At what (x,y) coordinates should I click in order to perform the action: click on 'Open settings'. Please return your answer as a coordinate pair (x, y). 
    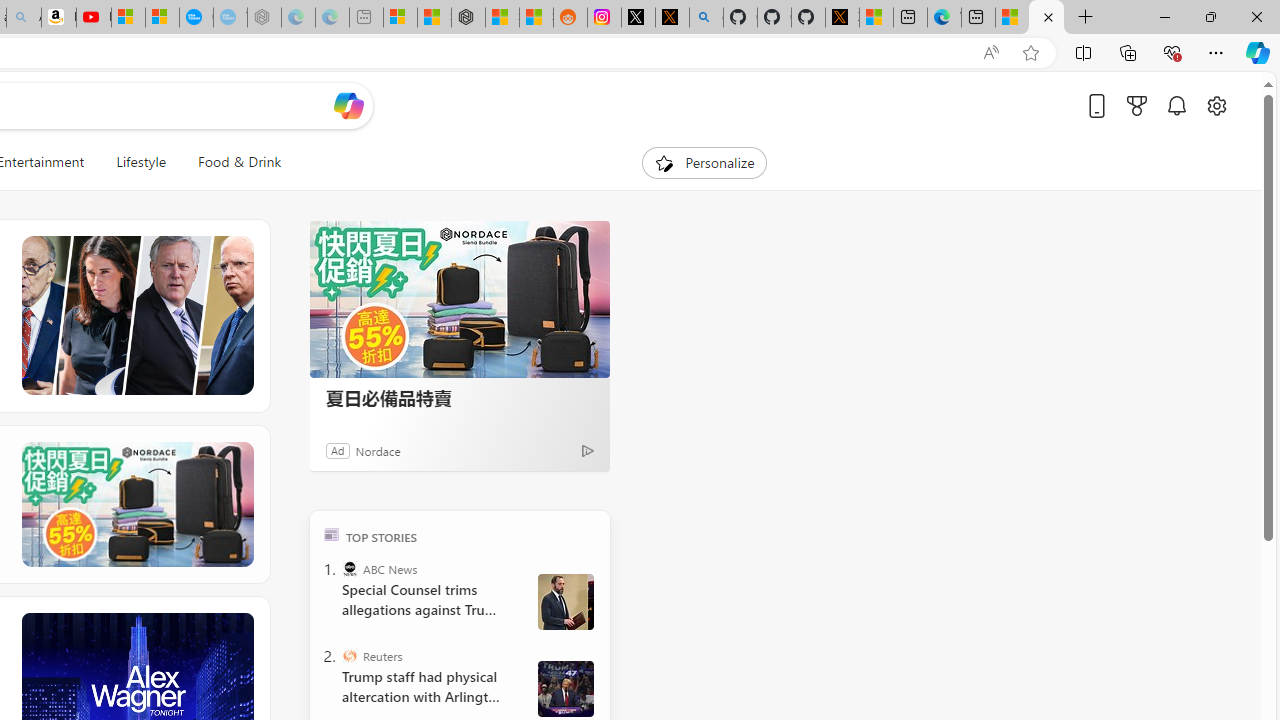
    Looking at the image, I should click on (1215, 105).